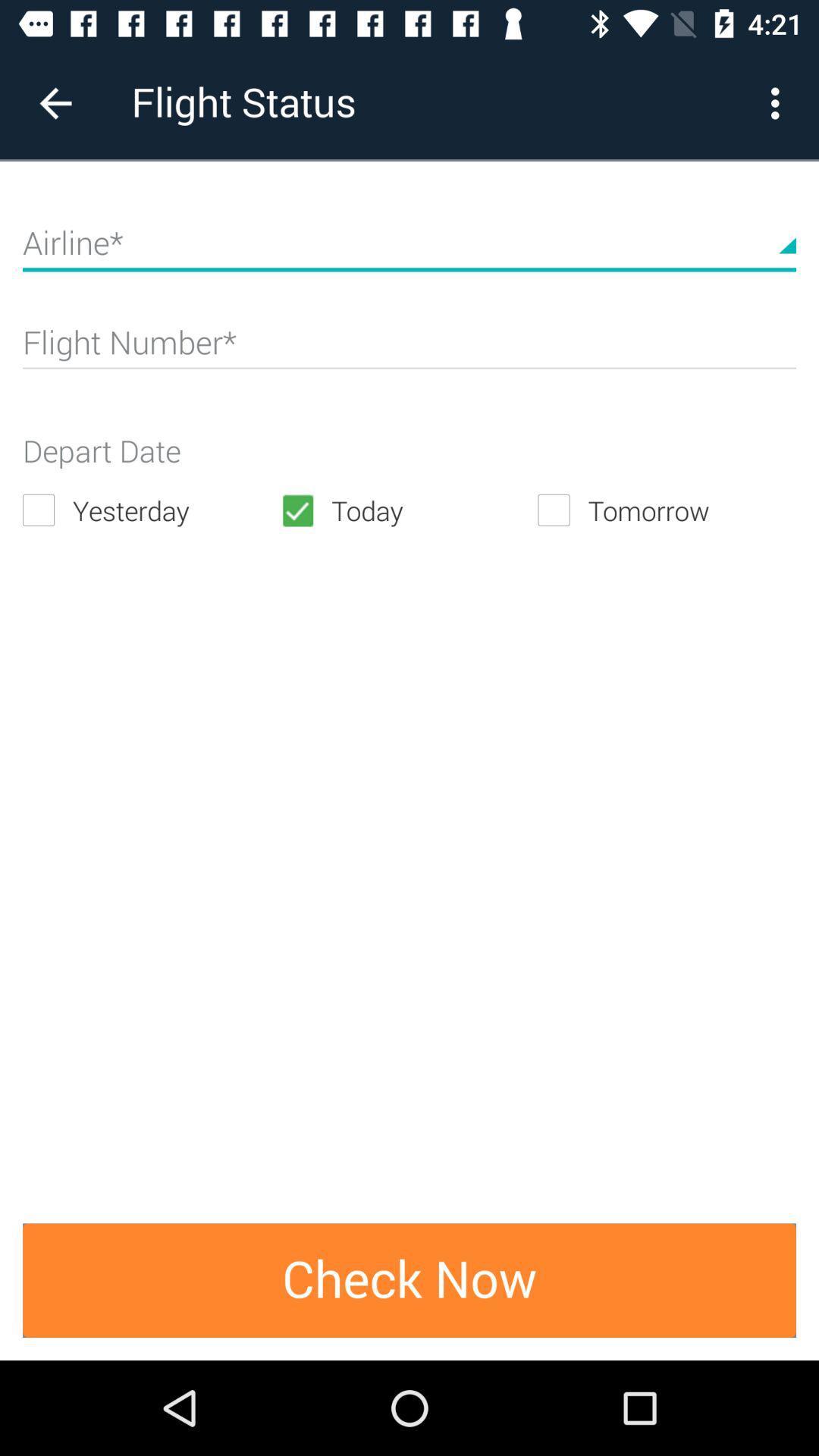 This screenshot has width=819, height=1456. I want to click on the icon below the yesterday, so click(409, 1279).